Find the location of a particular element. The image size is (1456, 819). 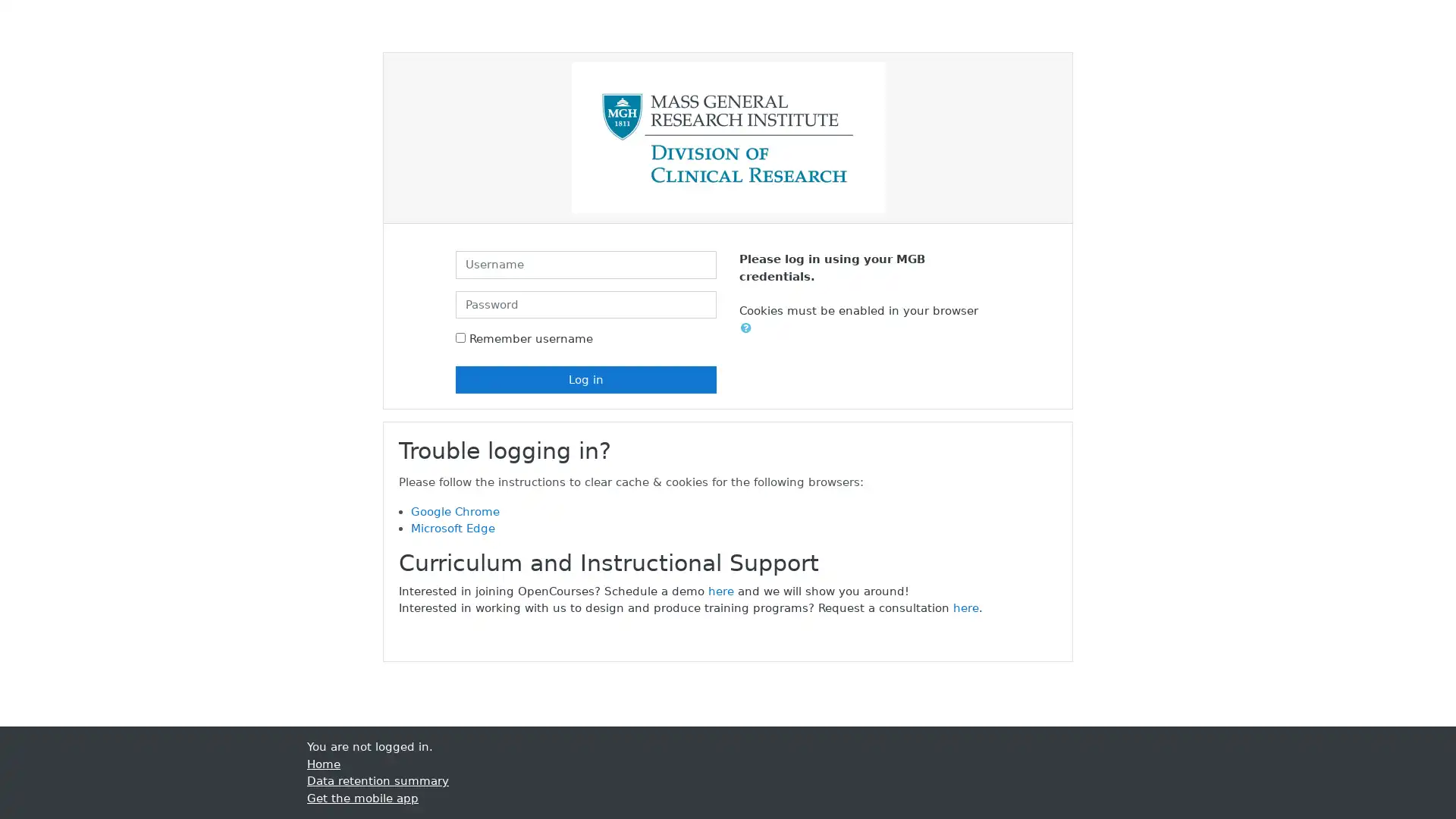

Help with <strong>Please log in using your MGB credentials.&nbsp;<br></strong> <br>Cookies must be enabled in your browser<br> is located at coordinates (749, 327).